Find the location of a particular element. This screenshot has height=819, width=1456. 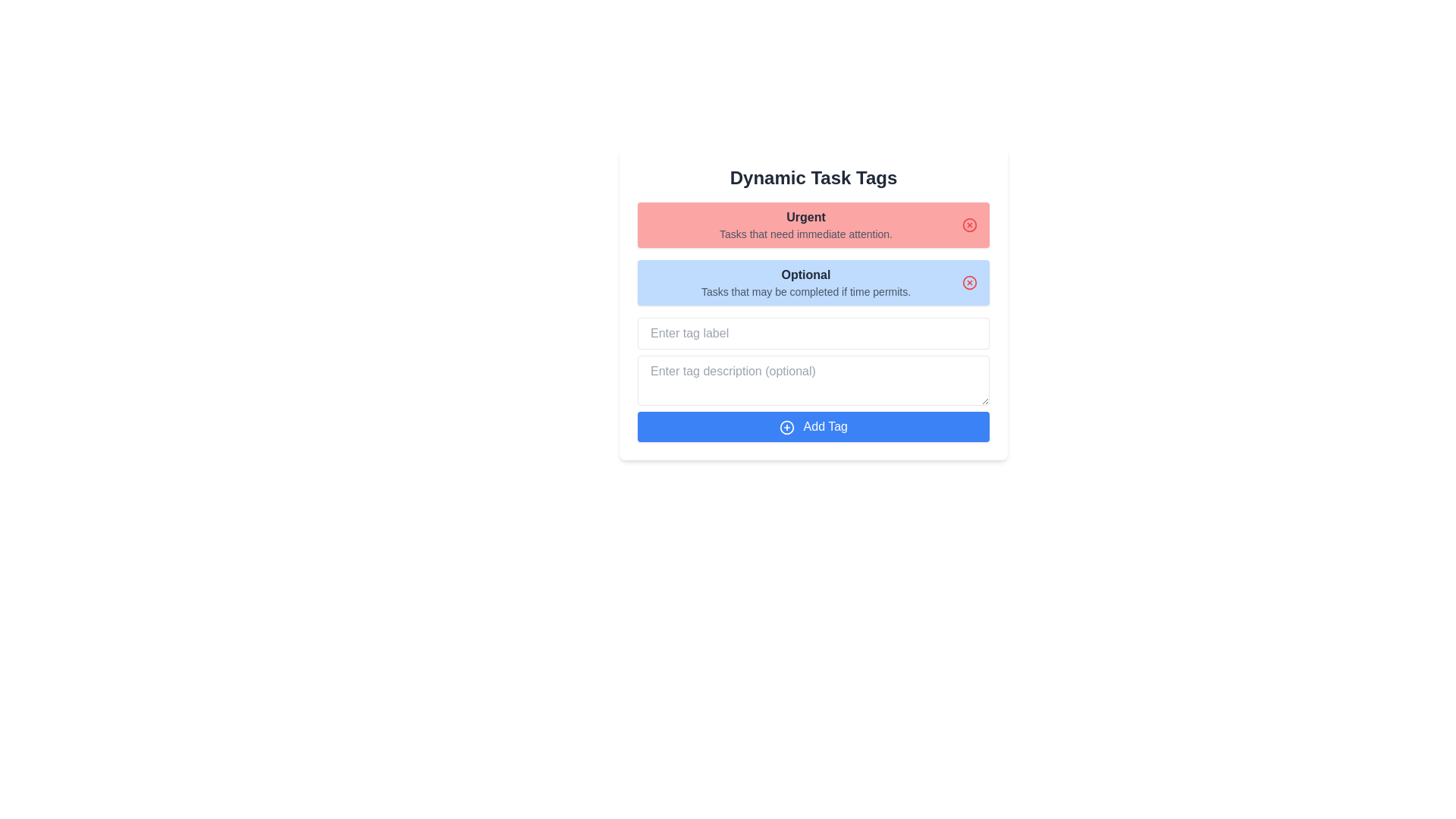

the blue rectangular 'Add Tag' button located at the bottom of the 'Dynamic Task Tags' section is located at coordinates (813, 427).